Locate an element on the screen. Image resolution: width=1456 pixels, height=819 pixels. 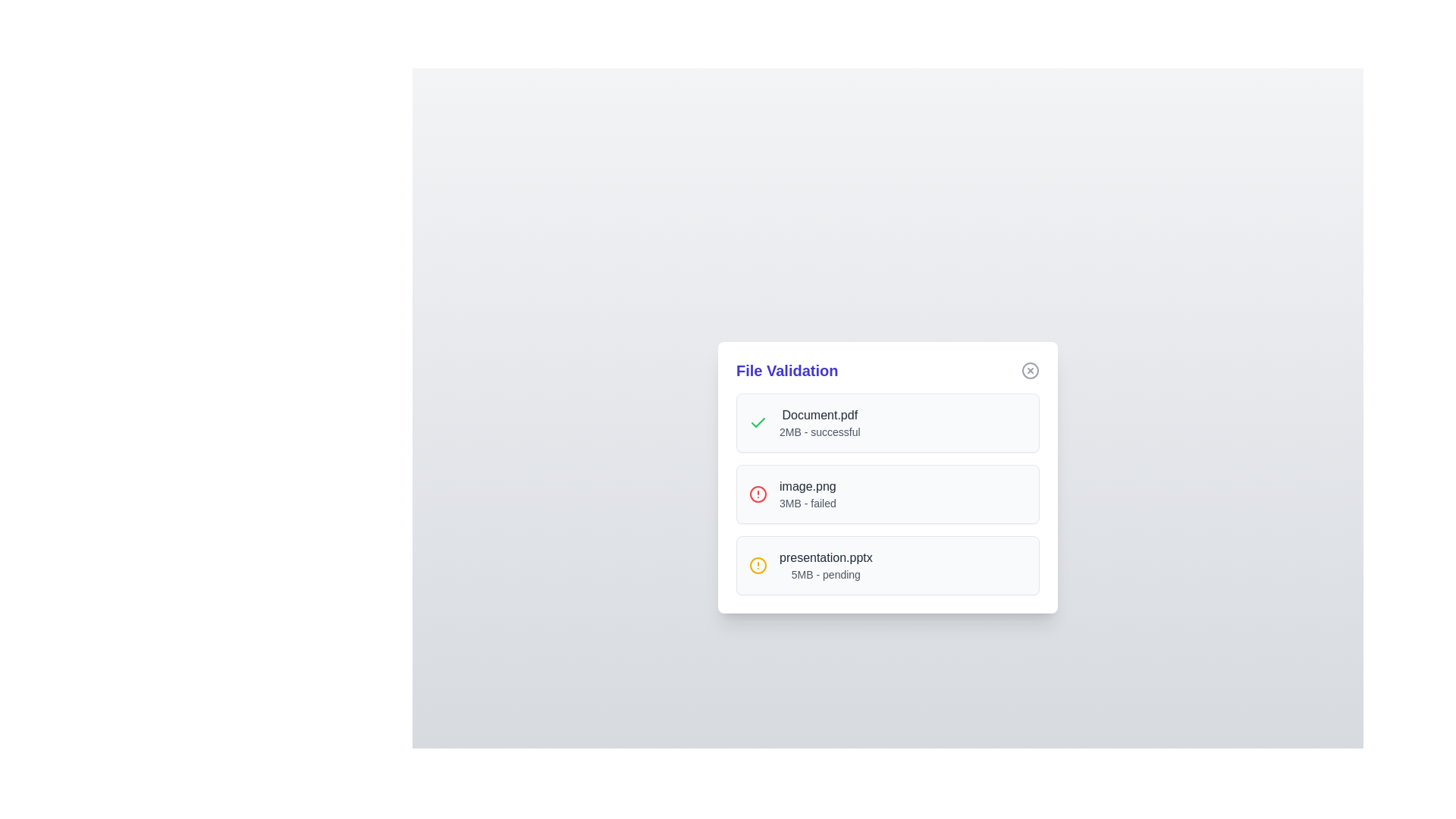
the close button of the File Validation Dialog is located at coordinates (1030, 371).